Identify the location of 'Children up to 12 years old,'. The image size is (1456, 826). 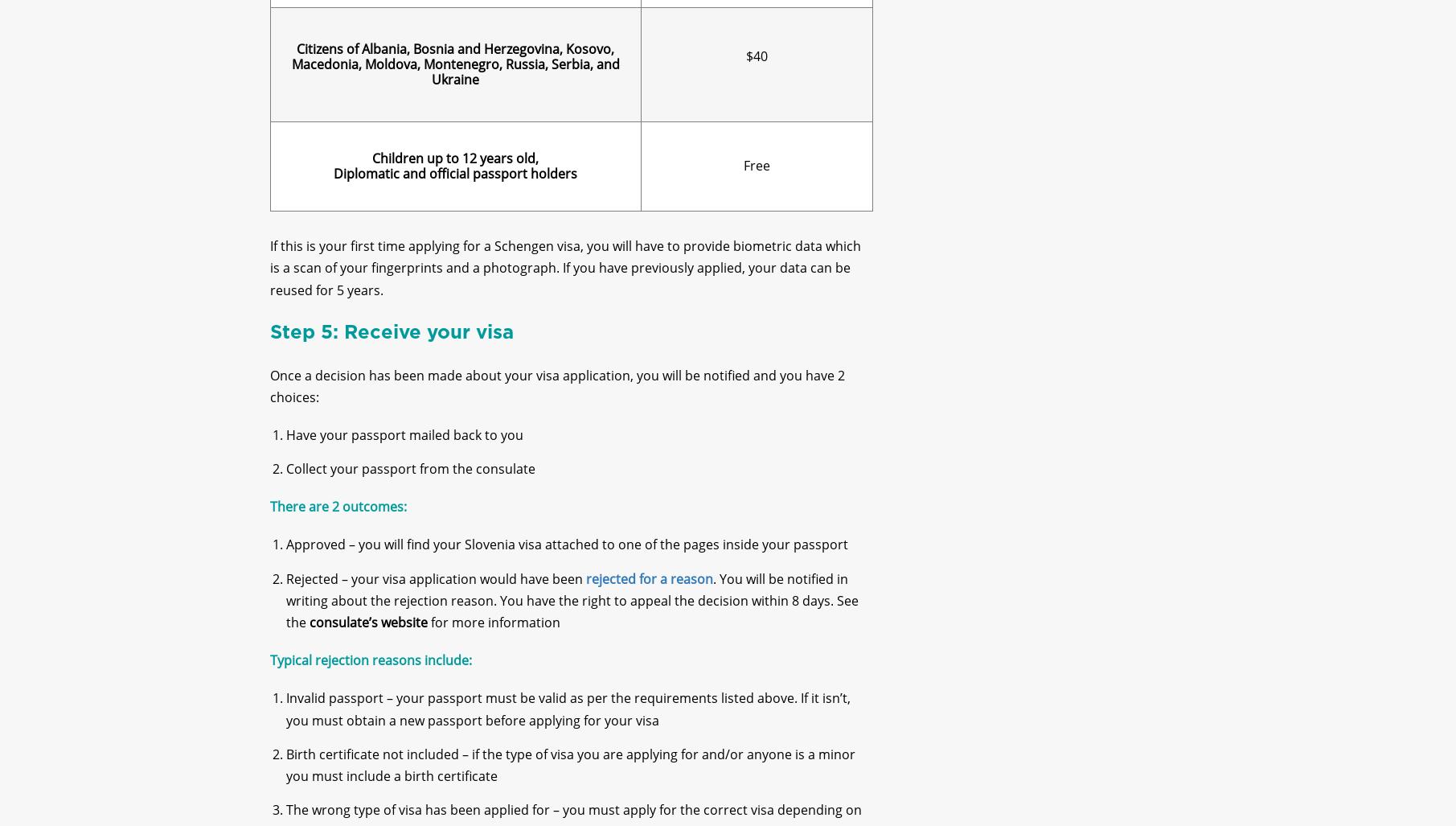
(454, 170).